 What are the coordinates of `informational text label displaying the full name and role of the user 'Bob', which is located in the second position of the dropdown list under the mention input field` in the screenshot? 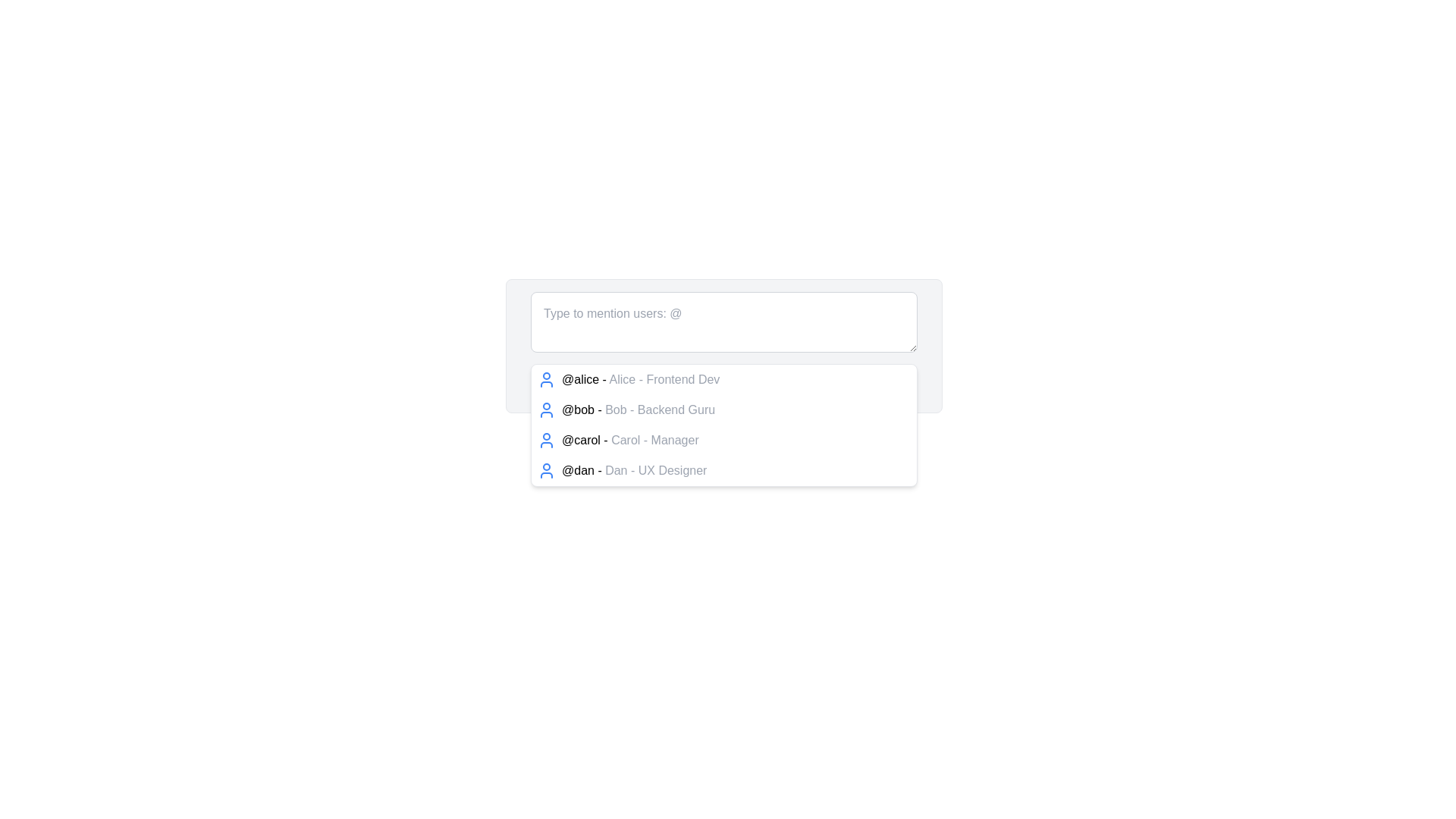 It's located at (660, 409).